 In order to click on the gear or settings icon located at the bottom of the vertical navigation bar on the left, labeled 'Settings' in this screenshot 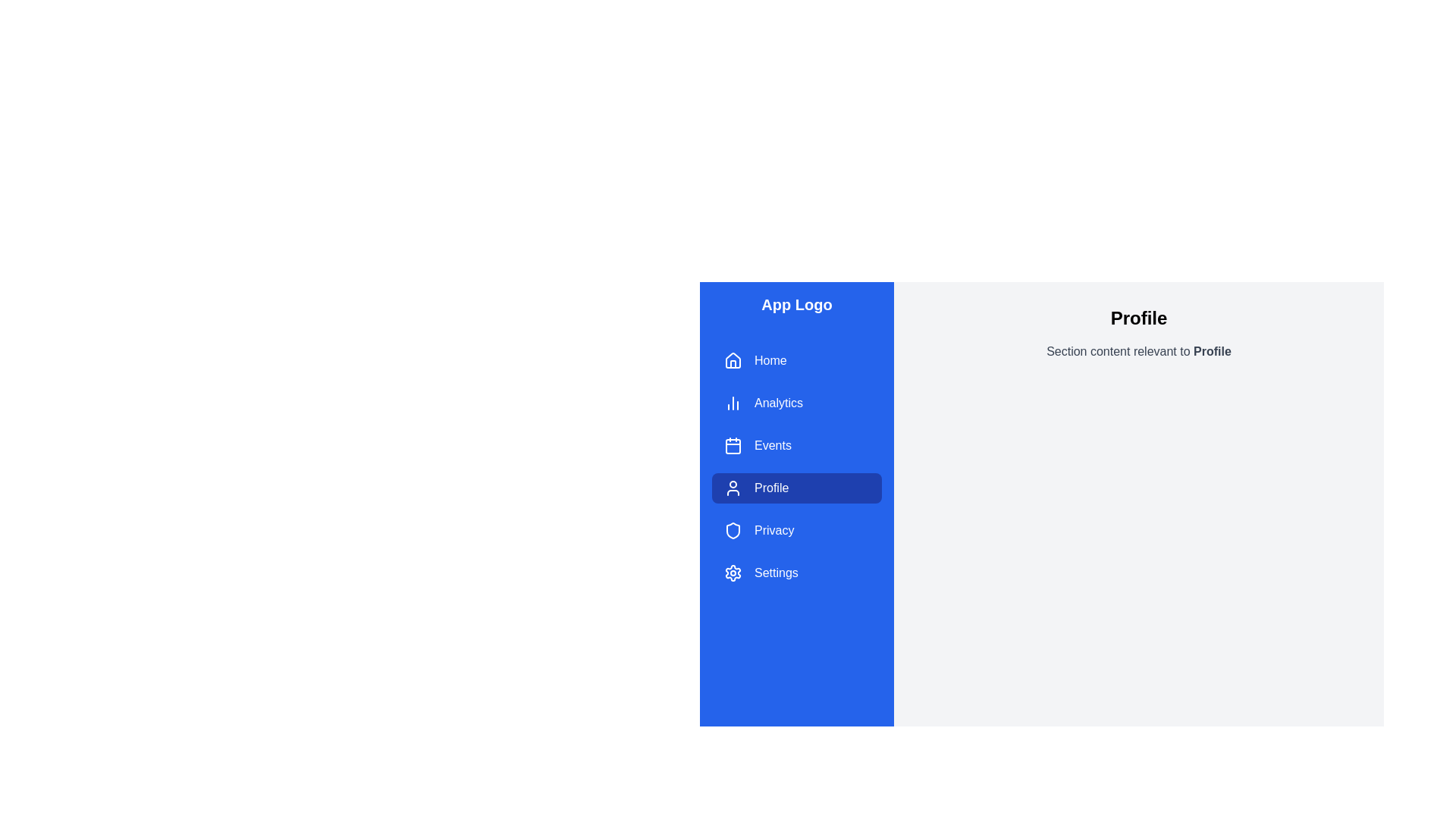, I will do `click(733, 573)`.